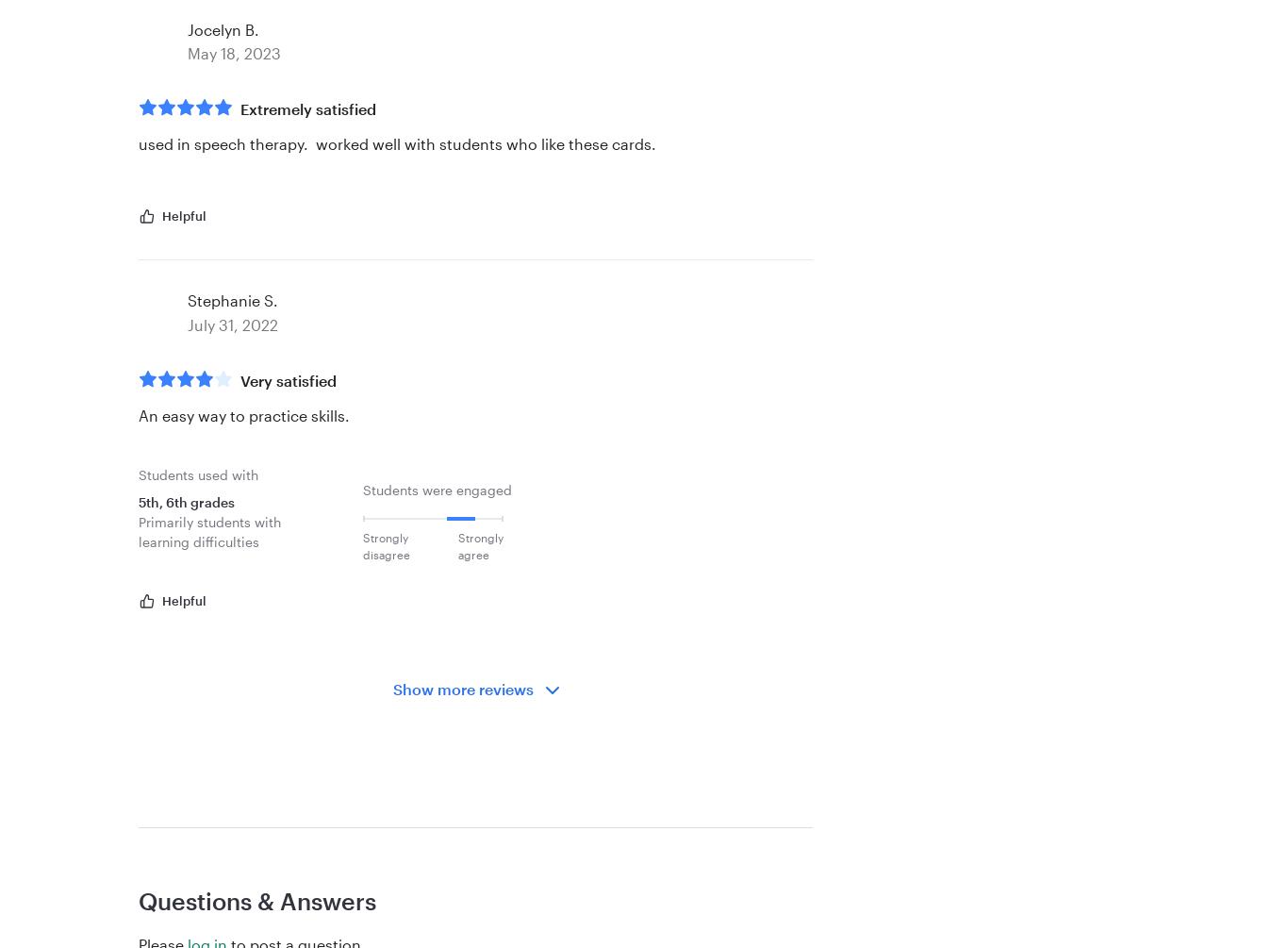 The width and height of the screenshot is (1288, 948). I want to click on 'Stephanie S.', so click(232, 299).